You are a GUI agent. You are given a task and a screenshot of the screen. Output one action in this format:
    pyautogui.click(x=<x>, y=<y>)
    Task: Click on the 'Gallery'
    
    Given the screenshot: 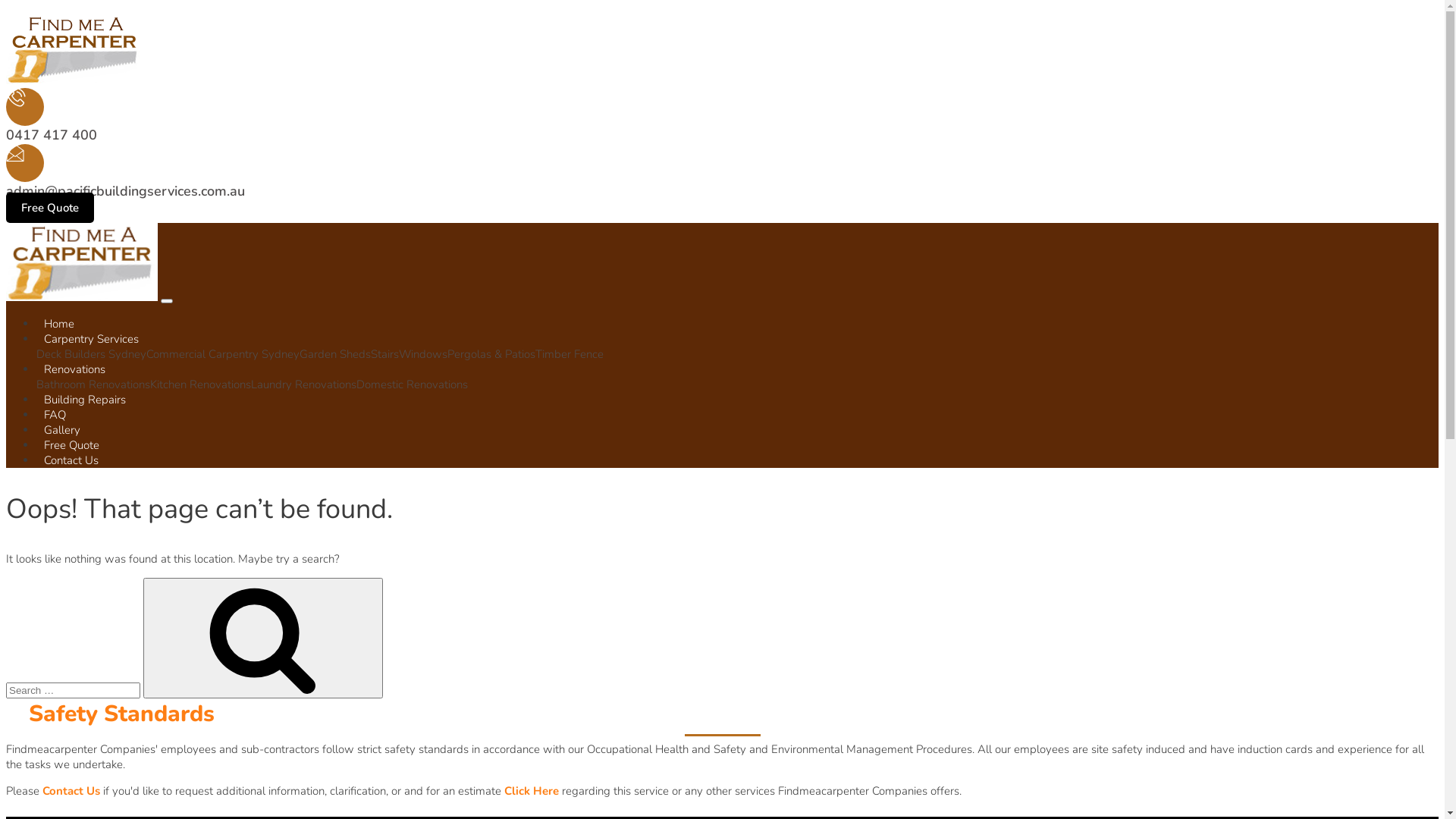 What is the action you would take?
    pyautogui.click(x=61, y=430)
    